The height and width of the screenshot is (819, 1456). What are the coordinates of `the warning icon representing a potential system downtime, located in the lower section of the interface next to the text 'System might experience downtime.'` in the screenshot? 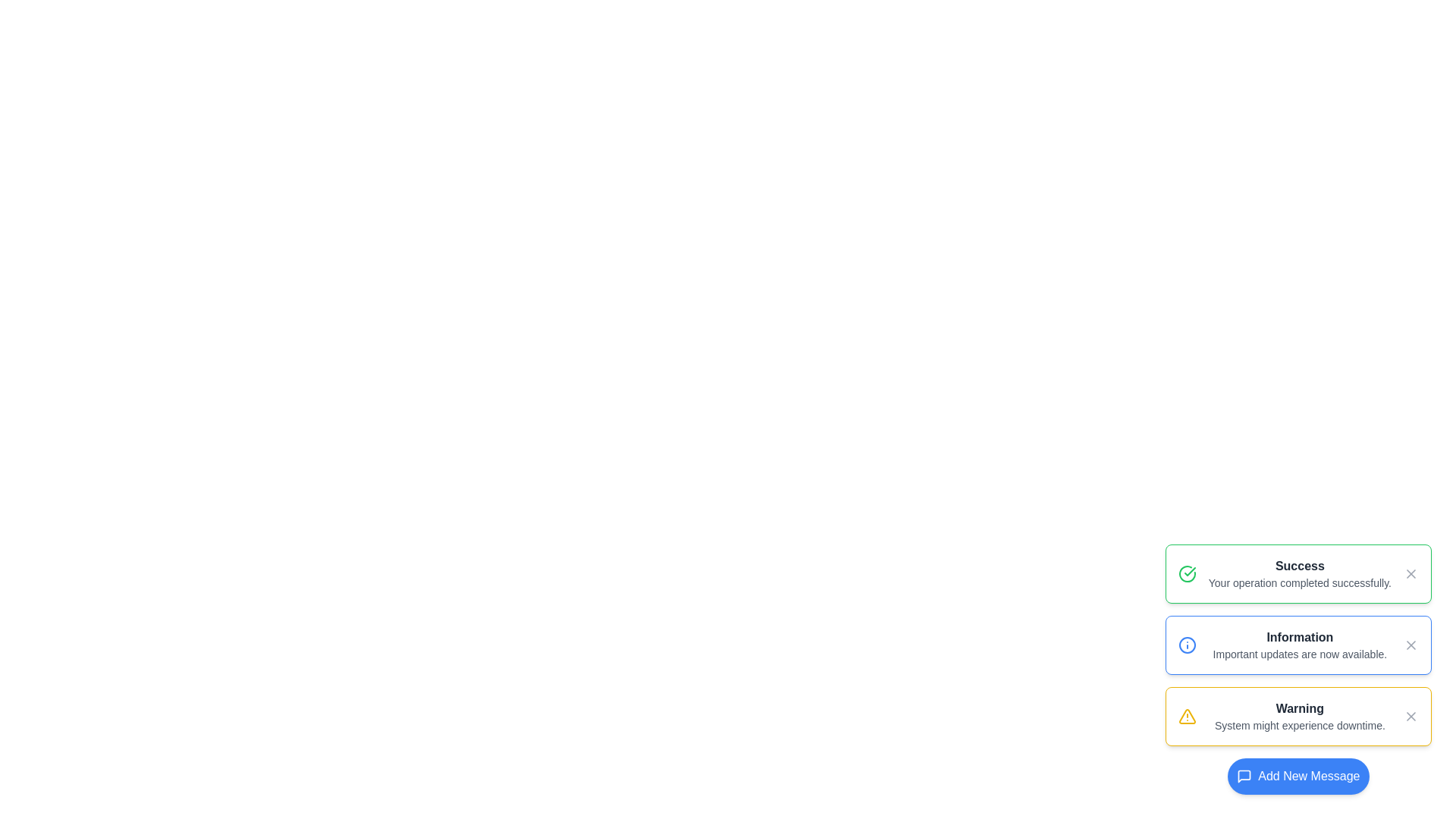 It's located at (1186, 717).